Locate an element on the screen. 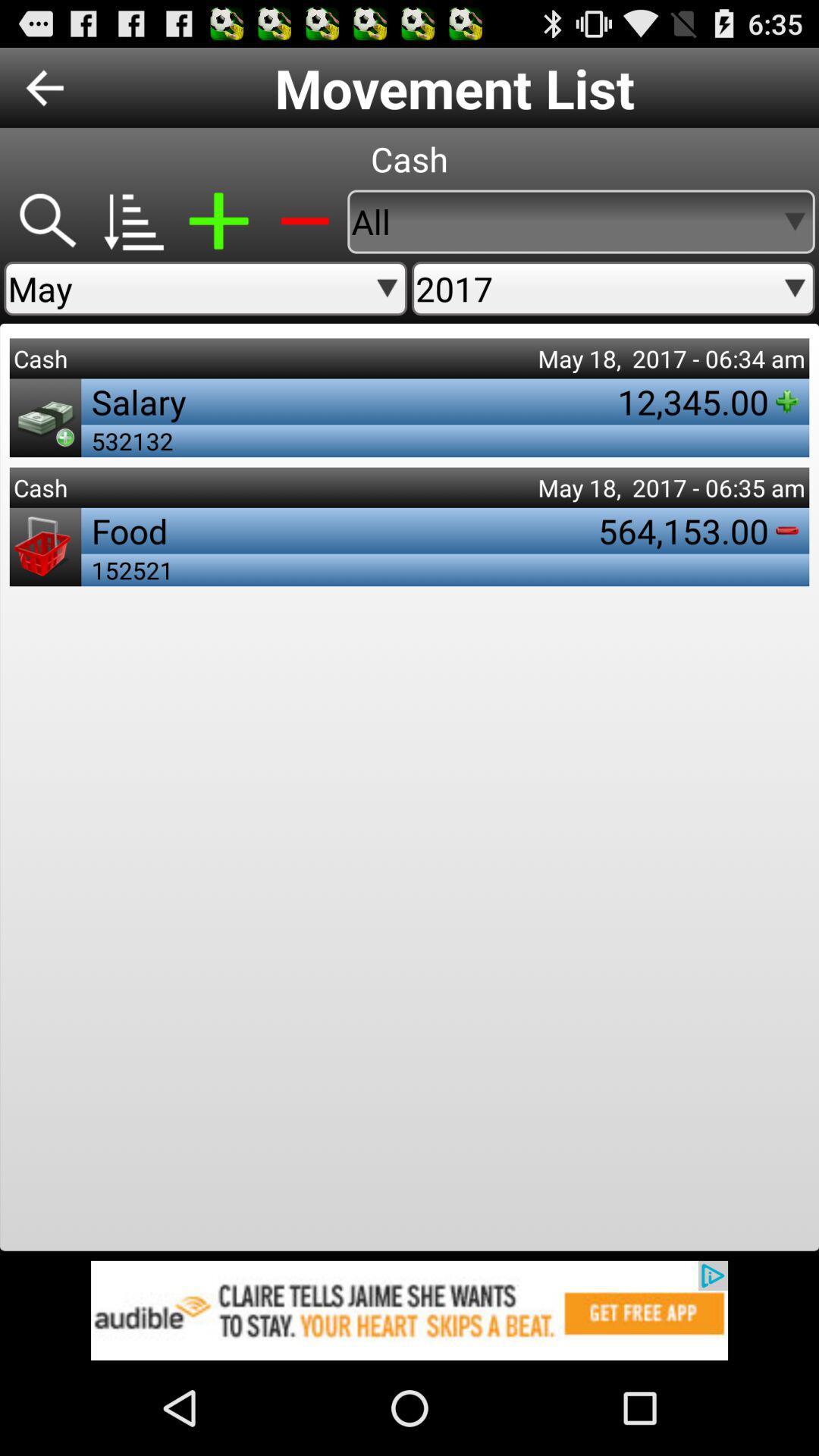 This screenshot has width=819, height=1456. delete button is located at coordinates (304, 221).